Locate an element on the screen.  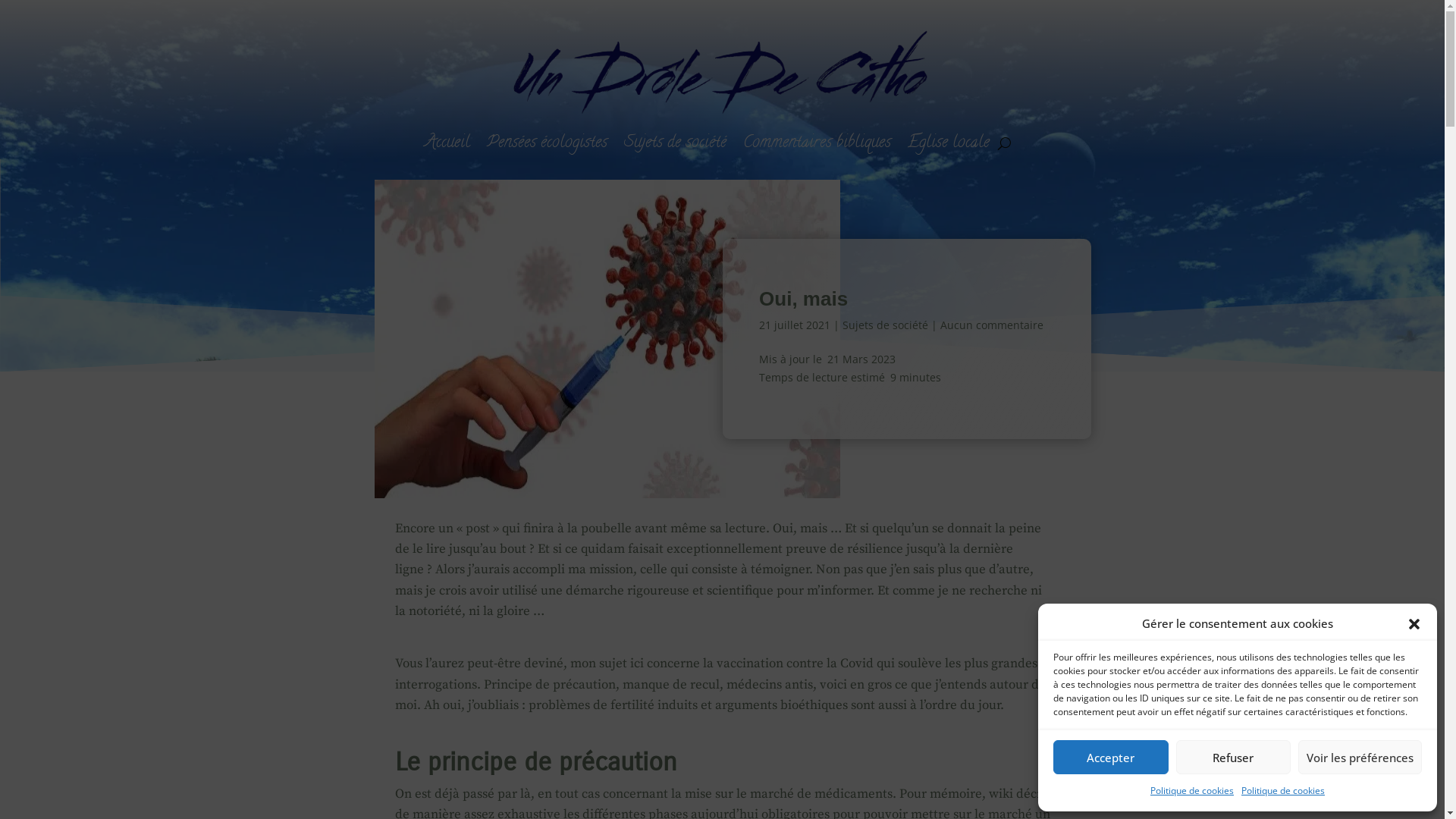
'Eglise locale' is located at coordinates (948, 143).